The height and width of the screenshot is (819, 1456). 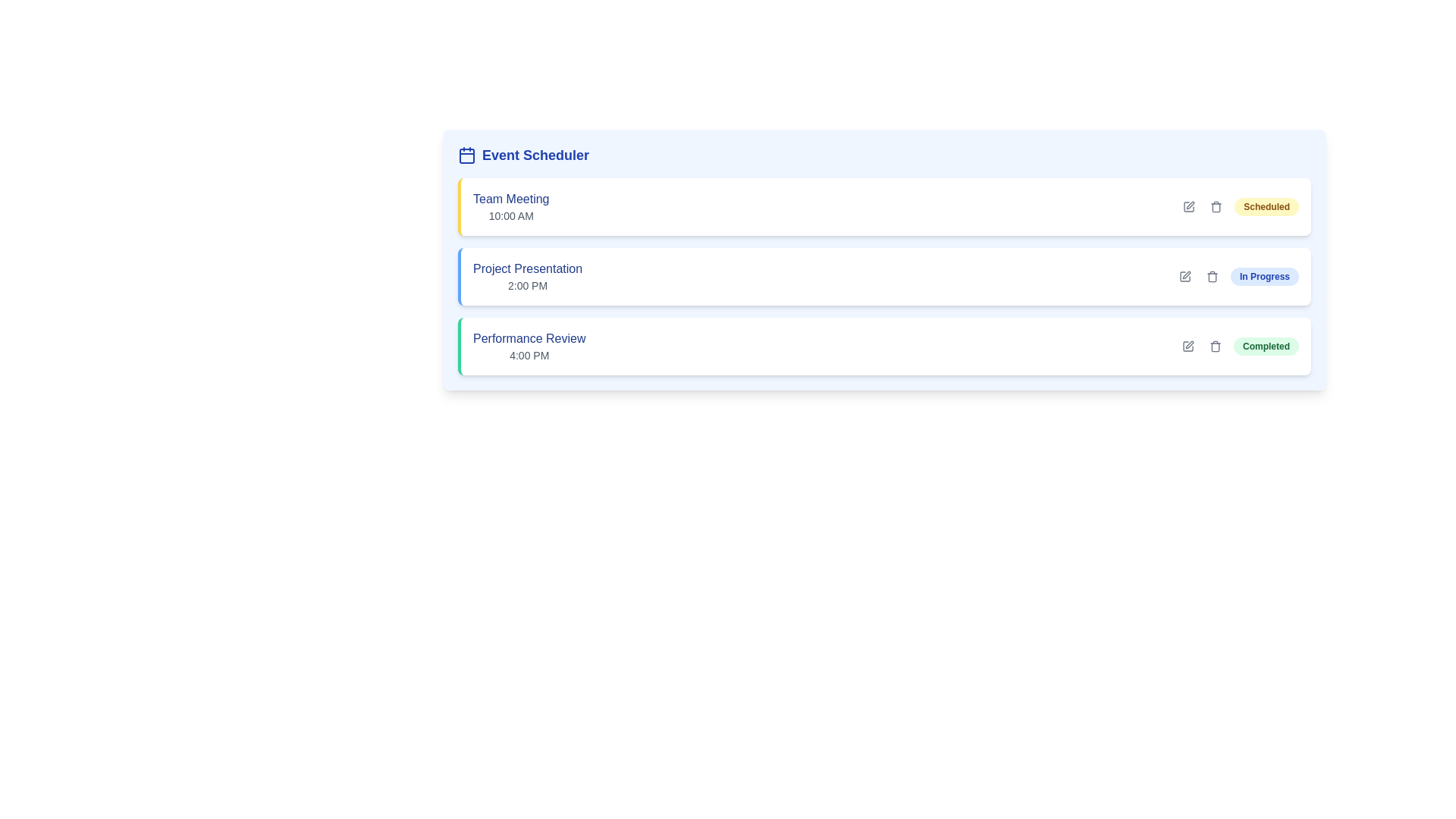 What do you see at coordinates (466, 155) in the screenshot?
I see `the decorative rectangular graphic element within the calendar icon, which is located to the left of the 'Event Scheduler' title text` at bounding box center [466, 155].